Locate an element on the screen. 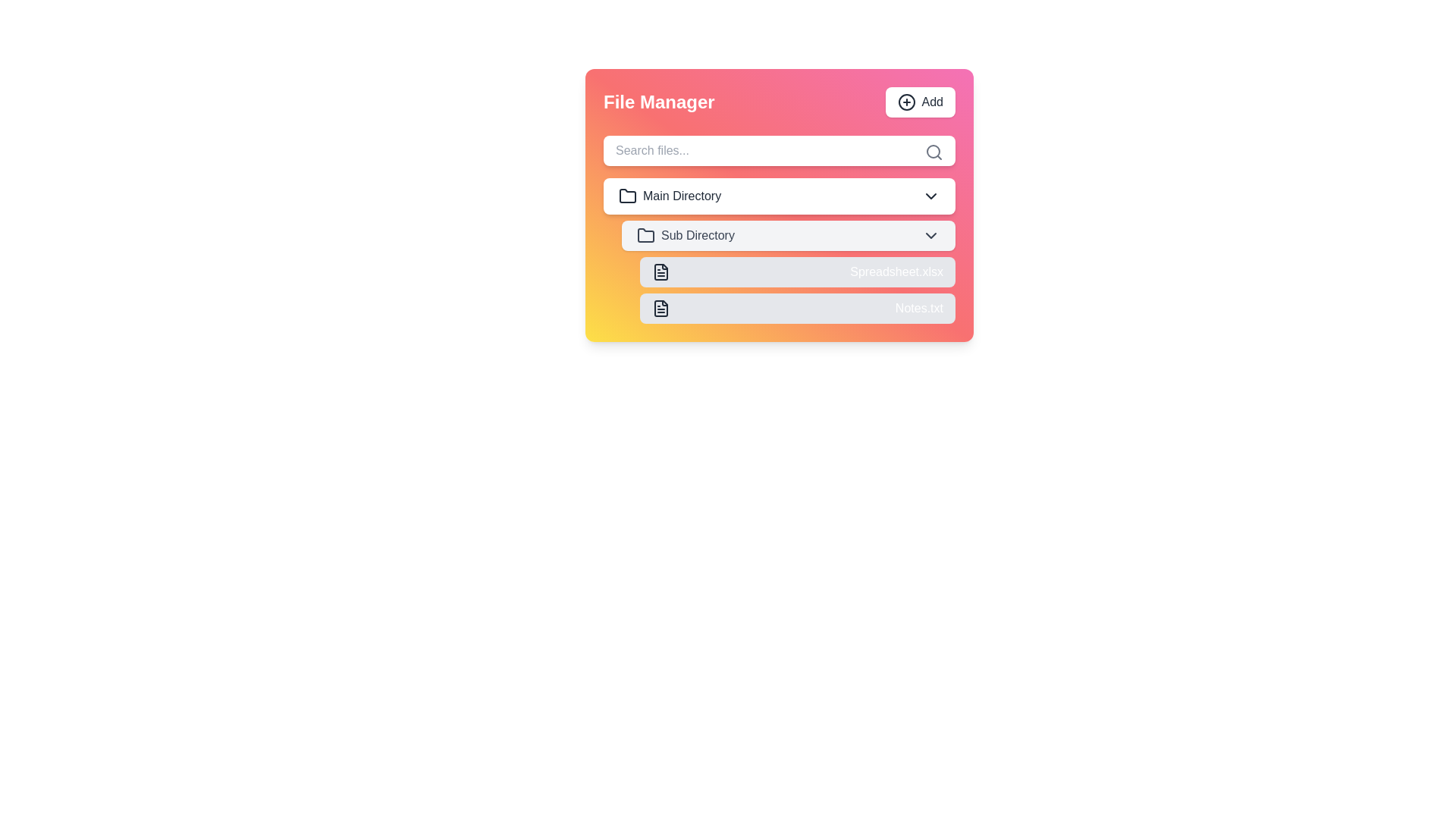 The width and height of the screenshot is (1456, 819). the small file document icon with a folded corner, located in the highlighted row labeled 'Spreadsheet.xlsx' is located at coordinates (661, 271).